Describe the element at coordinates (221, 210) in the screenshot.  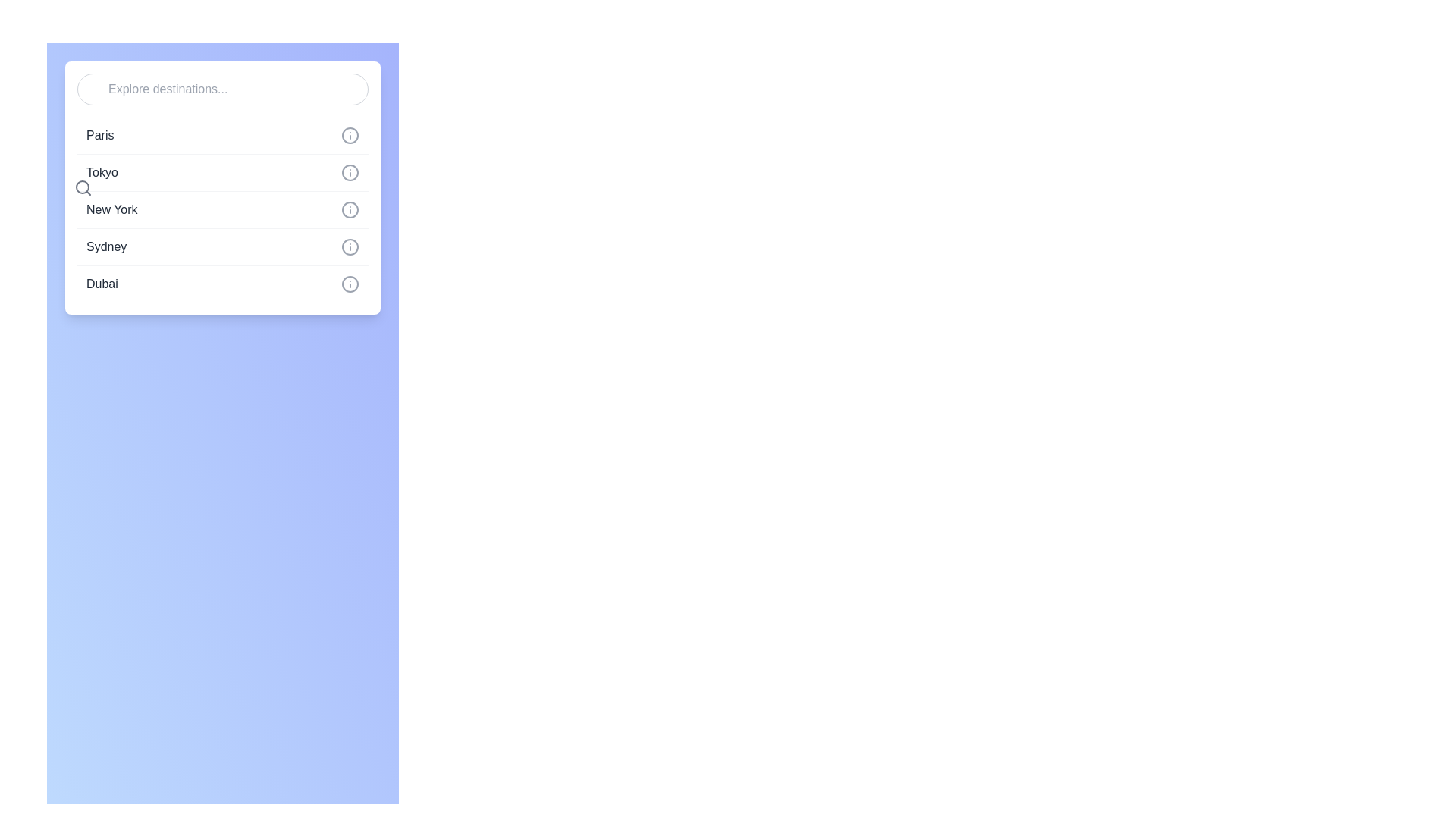
I see `the list item labeled 'New York'` at that location.